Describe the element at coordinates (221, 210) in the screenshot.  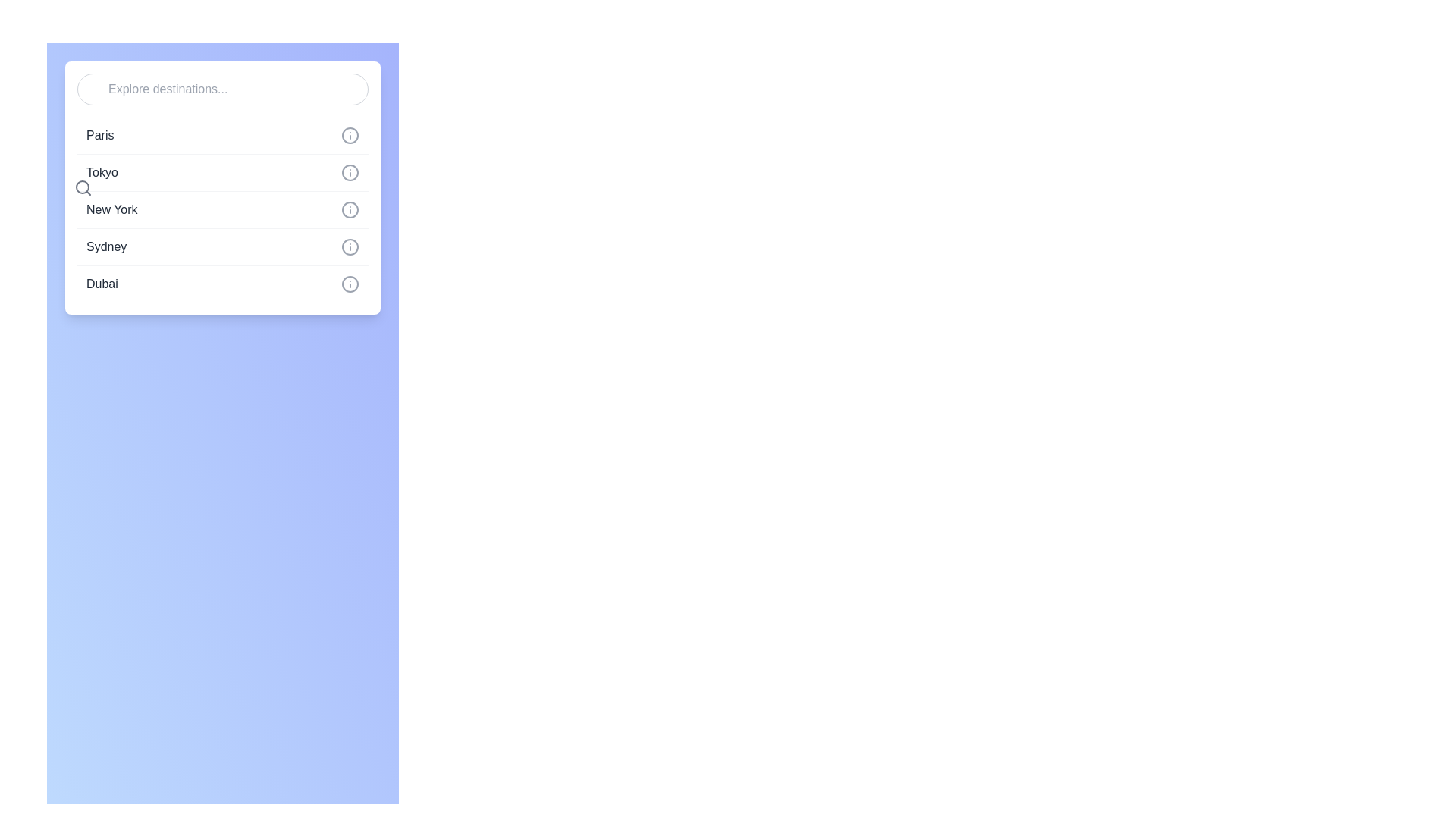
I see `the list item labeled 'New York'` at that location.